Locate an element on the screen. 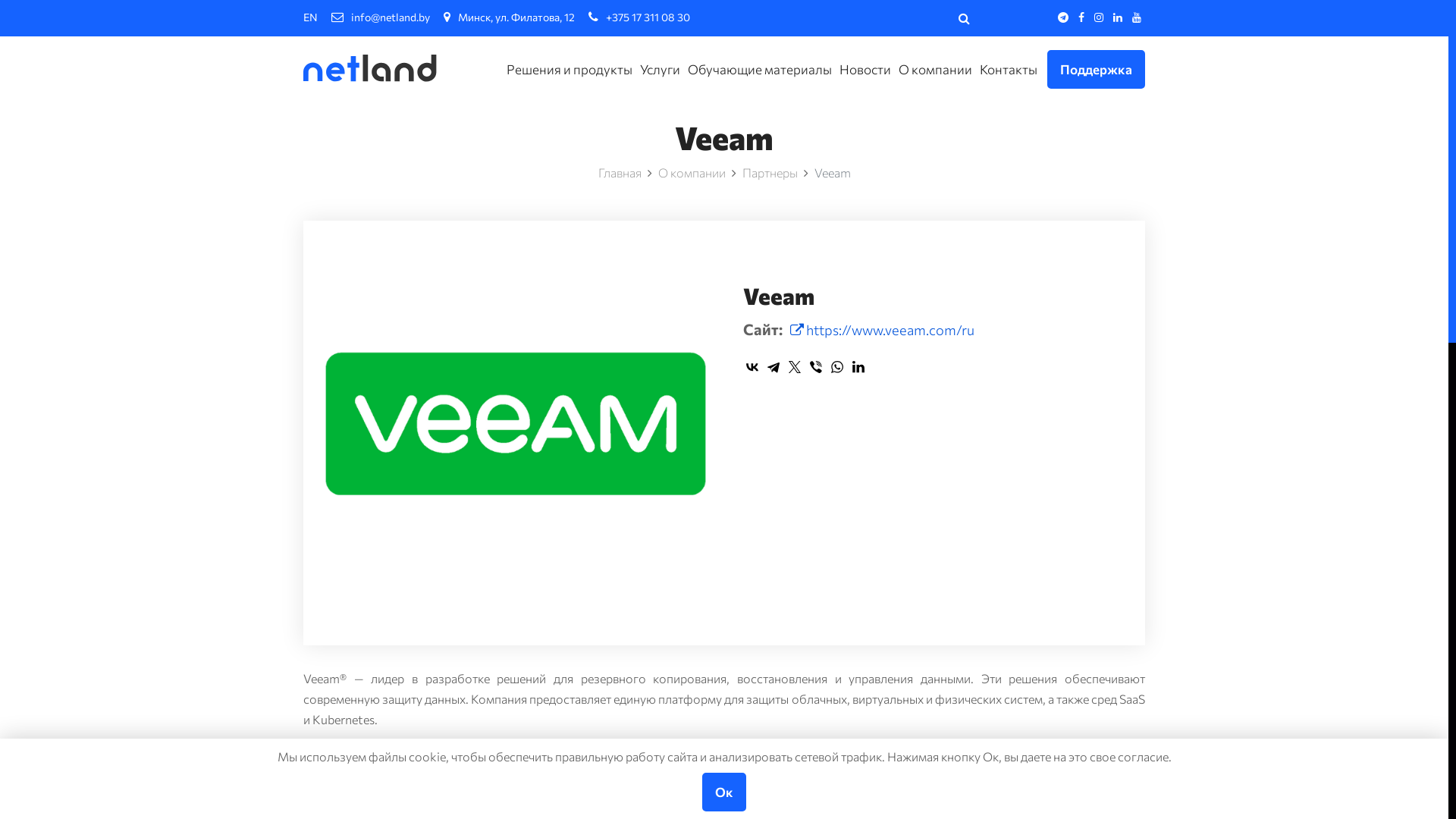 This screenshot has height=819, width=1456. 'WhatsApp' is located at coordinates (836, 366).